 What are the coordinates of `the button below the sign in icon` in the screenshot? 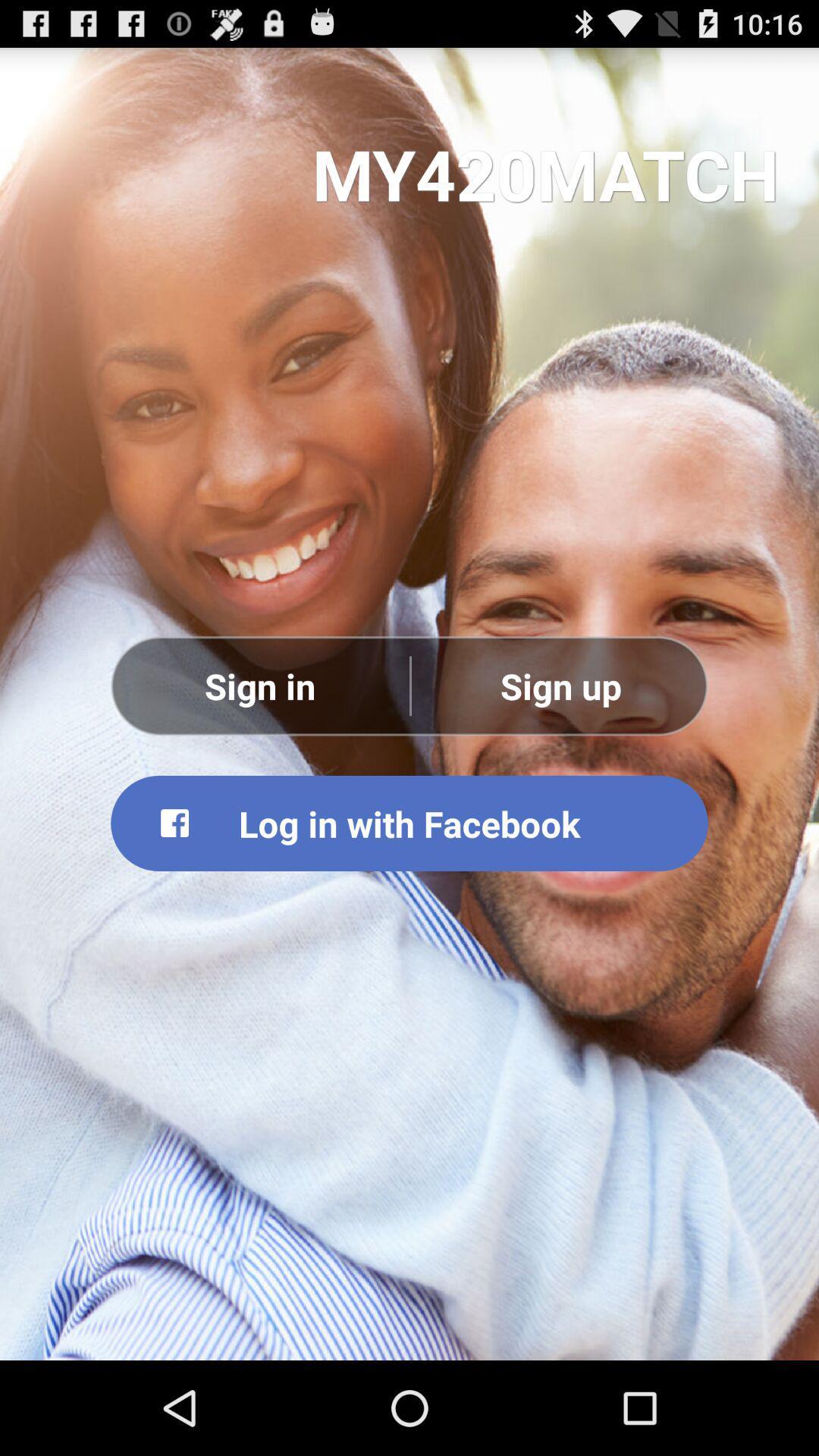 It's located at (409, 822).